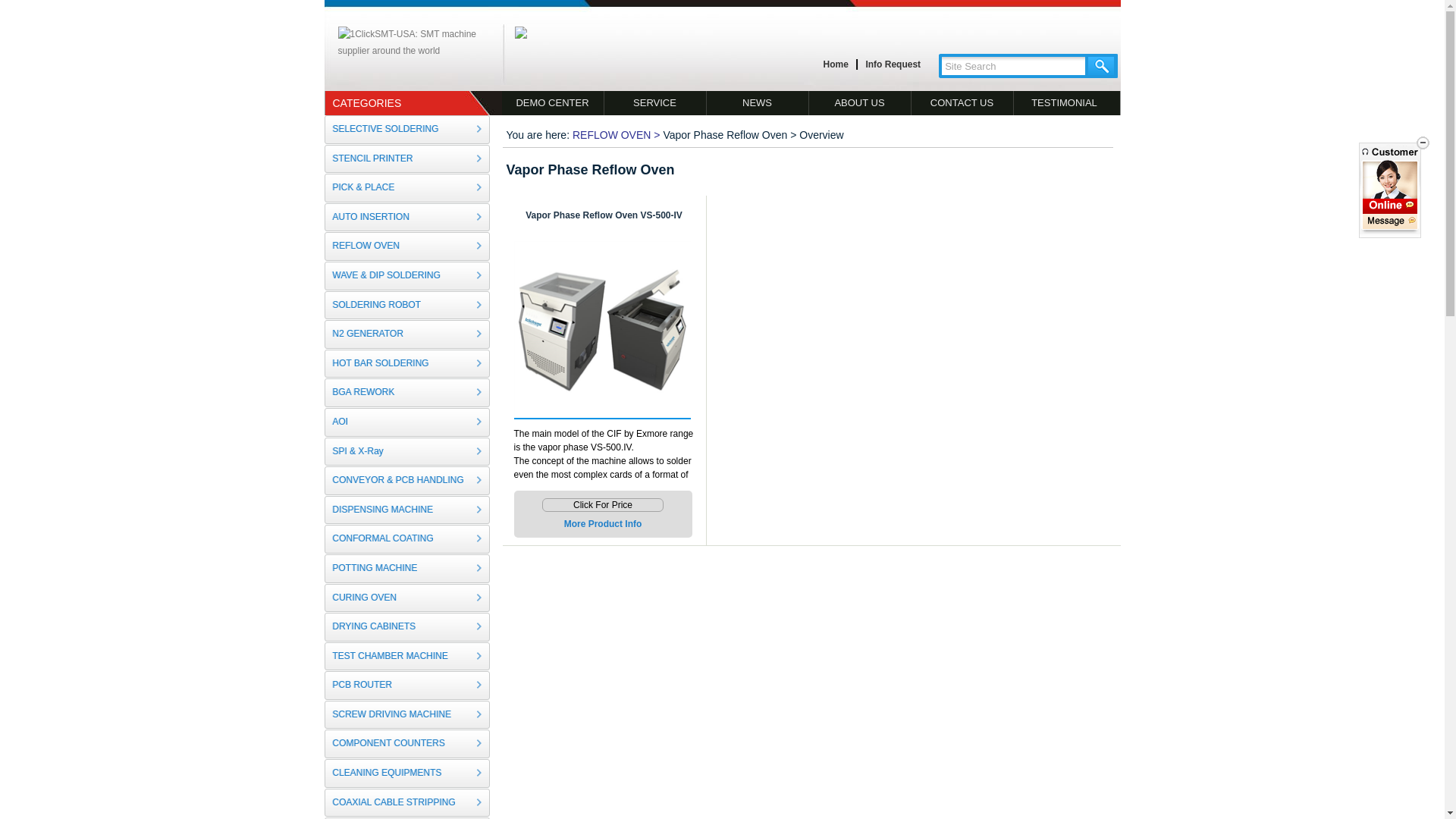 The width and height of the screenshot is (1456, 819). What do you see at coordinates (542, 505) in the screenshot?
I see `'Click For Price'` at bounding box center [542, 505].